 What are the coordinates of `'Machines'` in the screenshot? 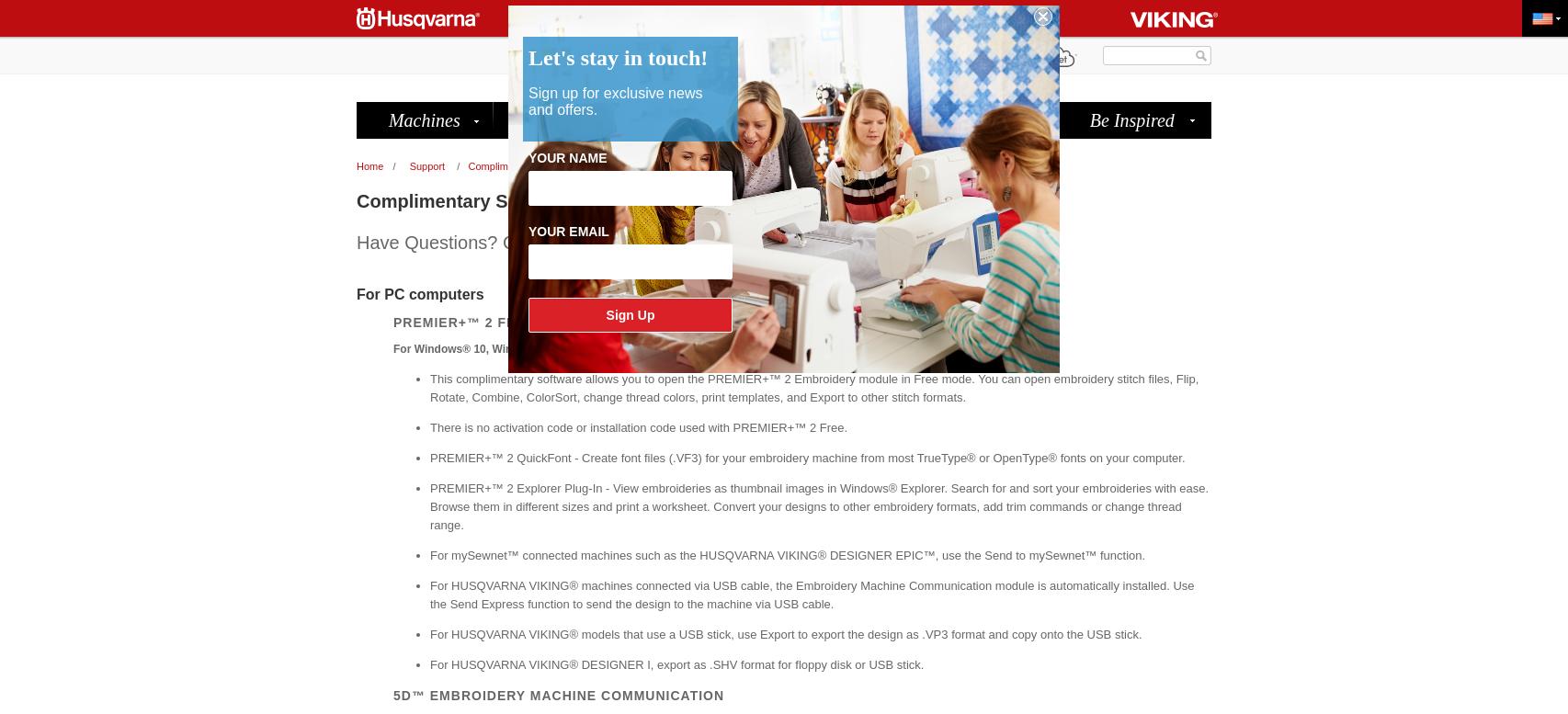 It's located at (422, 120).